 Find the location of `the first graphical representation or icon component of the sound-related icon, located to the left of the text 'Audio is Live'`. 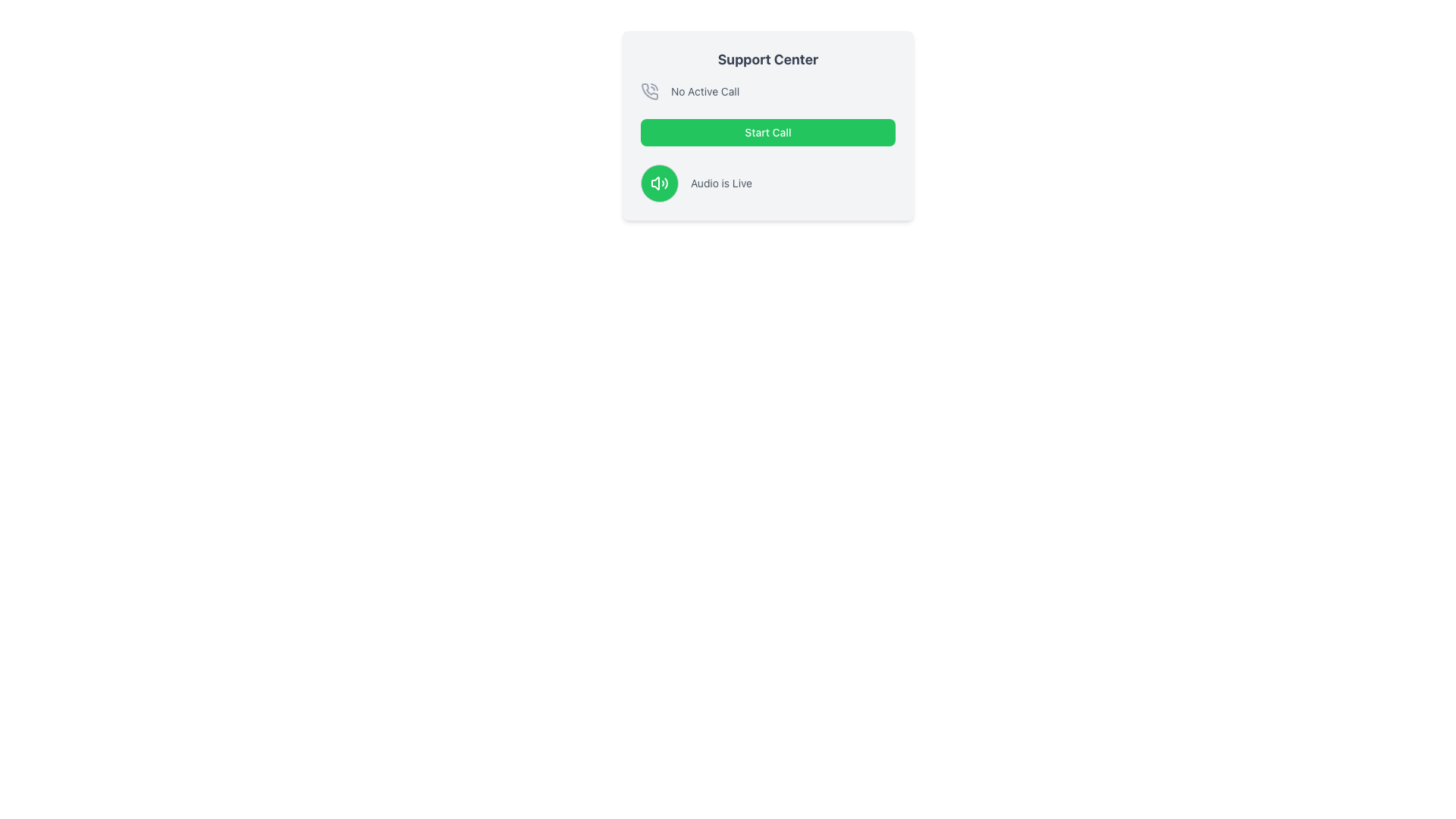

the first graphical representation or icon component of the sound-related icon, located to the left of the text 'Audio is Live' is located at coordinates (655, 183).